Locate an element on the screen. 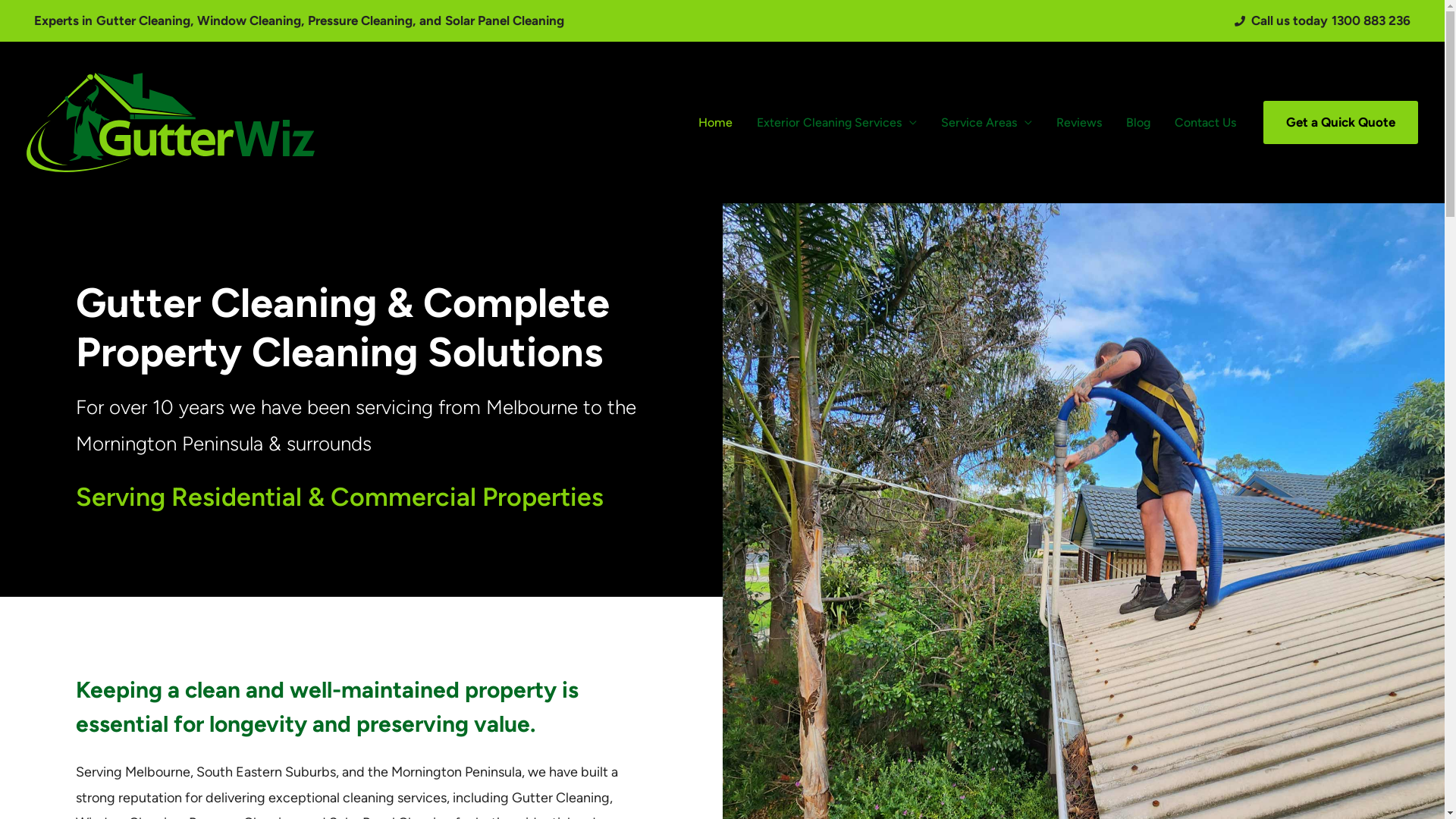  'Home' is located at coordinates (714, 121).